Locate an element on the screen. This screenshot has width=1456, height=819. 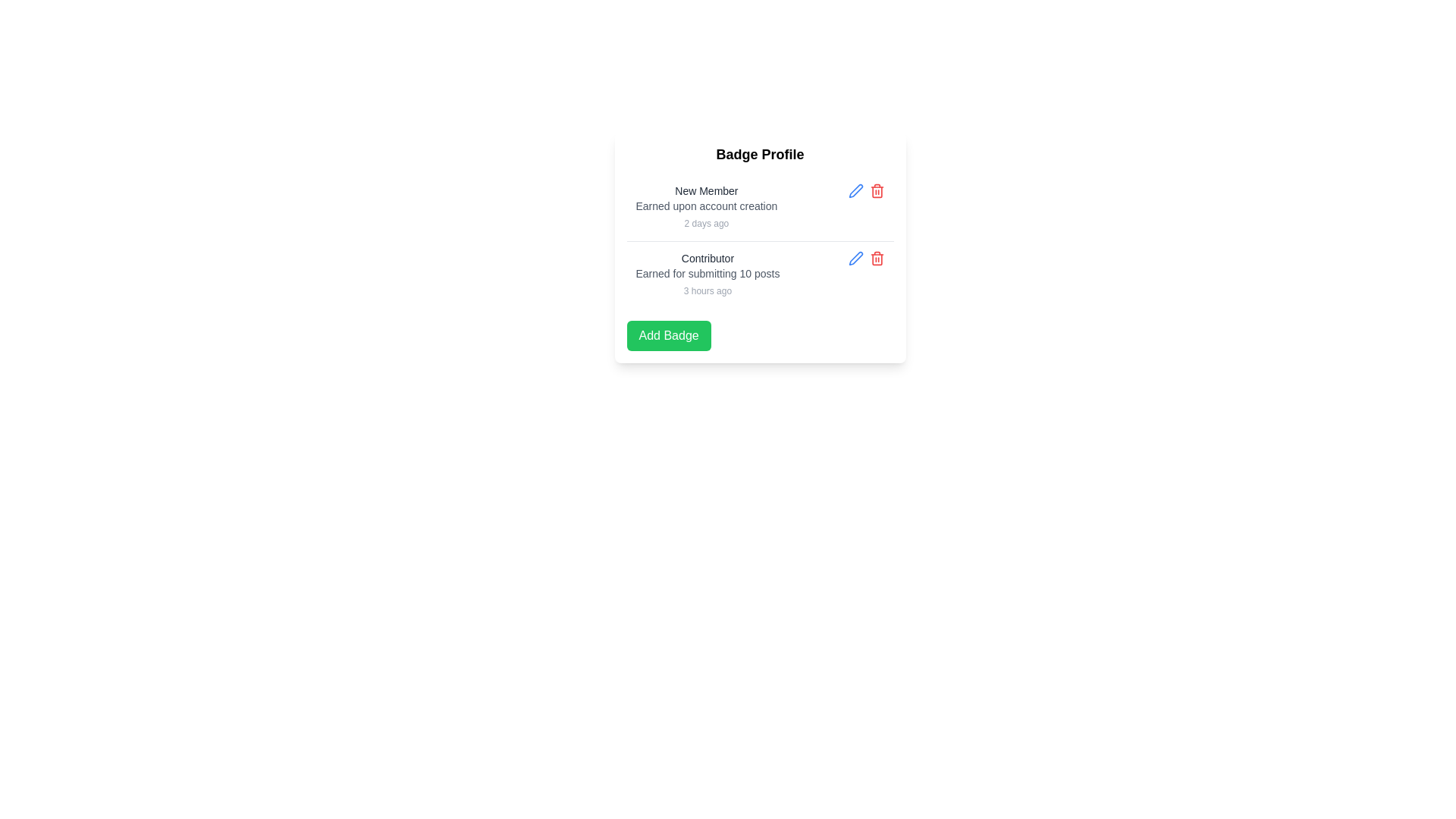
badges displayed within the divided list in the 'Badge Profile' section, which contains entries for 'New Member' and other badges is located at coordinates (760, 240).